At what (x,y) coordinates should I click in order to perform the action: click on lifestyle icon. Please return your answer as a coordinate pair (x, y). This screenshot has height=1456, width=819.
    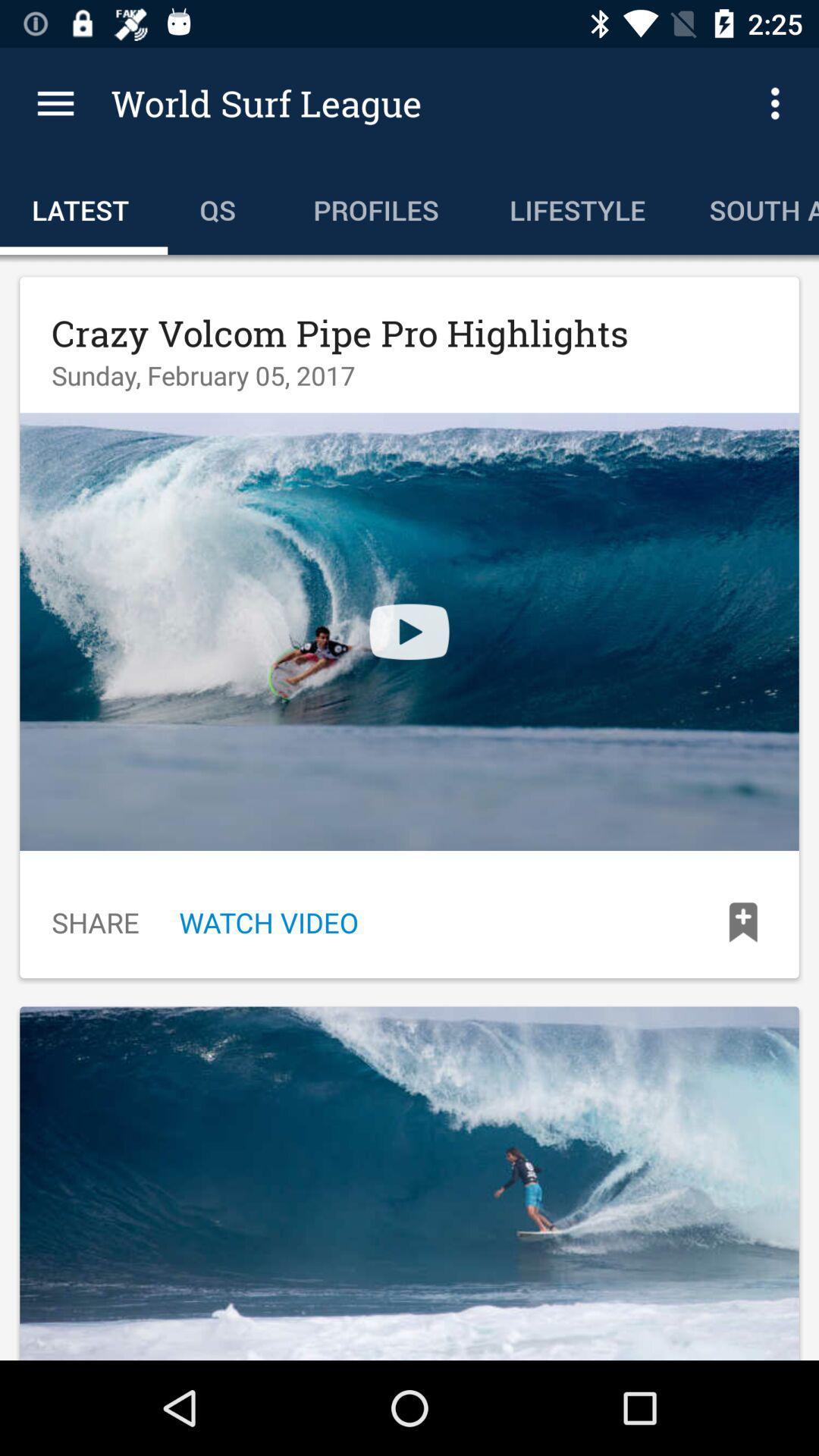
    Looking at the image, I should click on (577, 206).